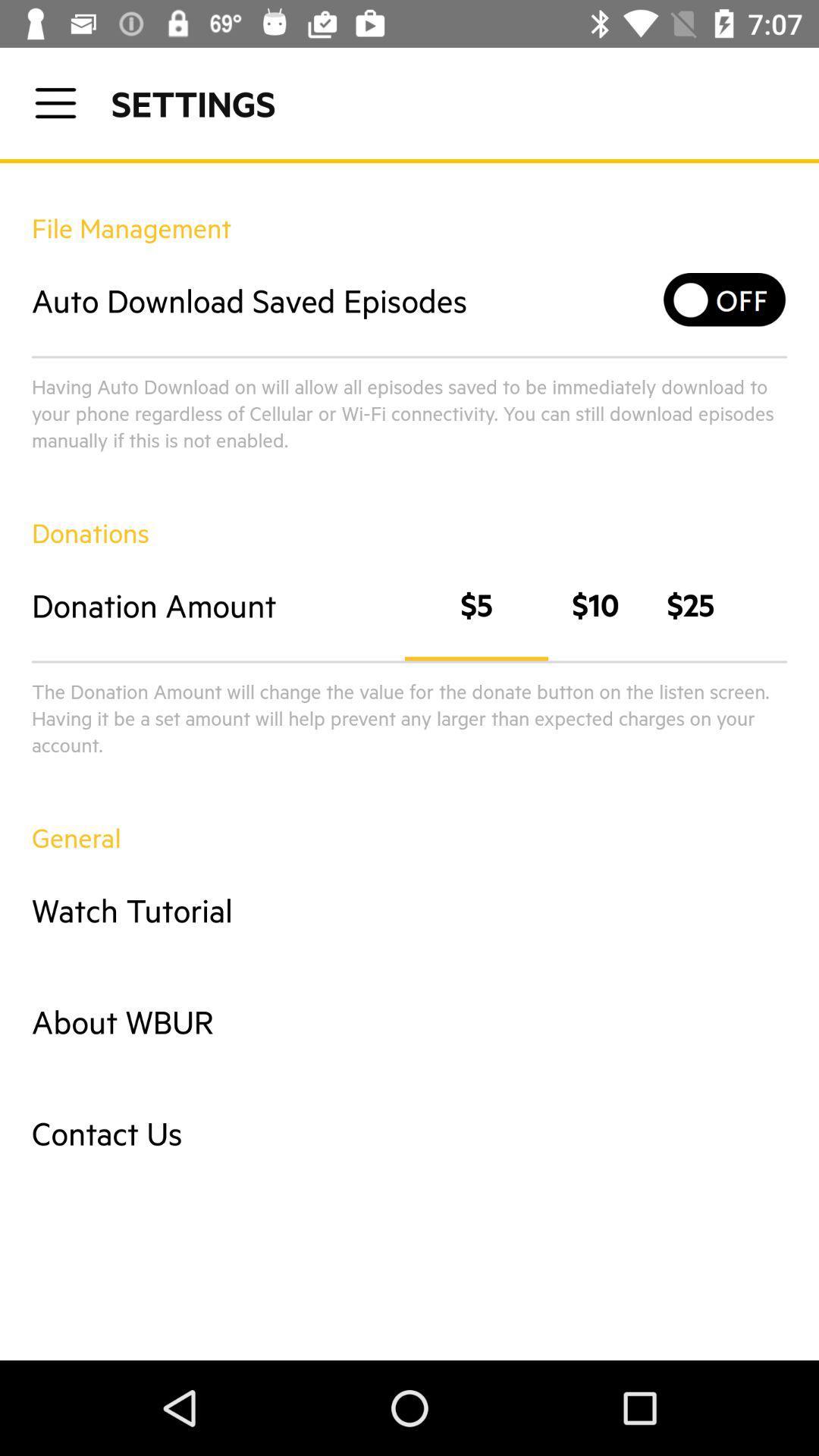 This screenshot has height=1456, width=819. What do you see at coordinates (724, 300) in the screenshot?
I see `auto download option` at bounding box center [724, 300].